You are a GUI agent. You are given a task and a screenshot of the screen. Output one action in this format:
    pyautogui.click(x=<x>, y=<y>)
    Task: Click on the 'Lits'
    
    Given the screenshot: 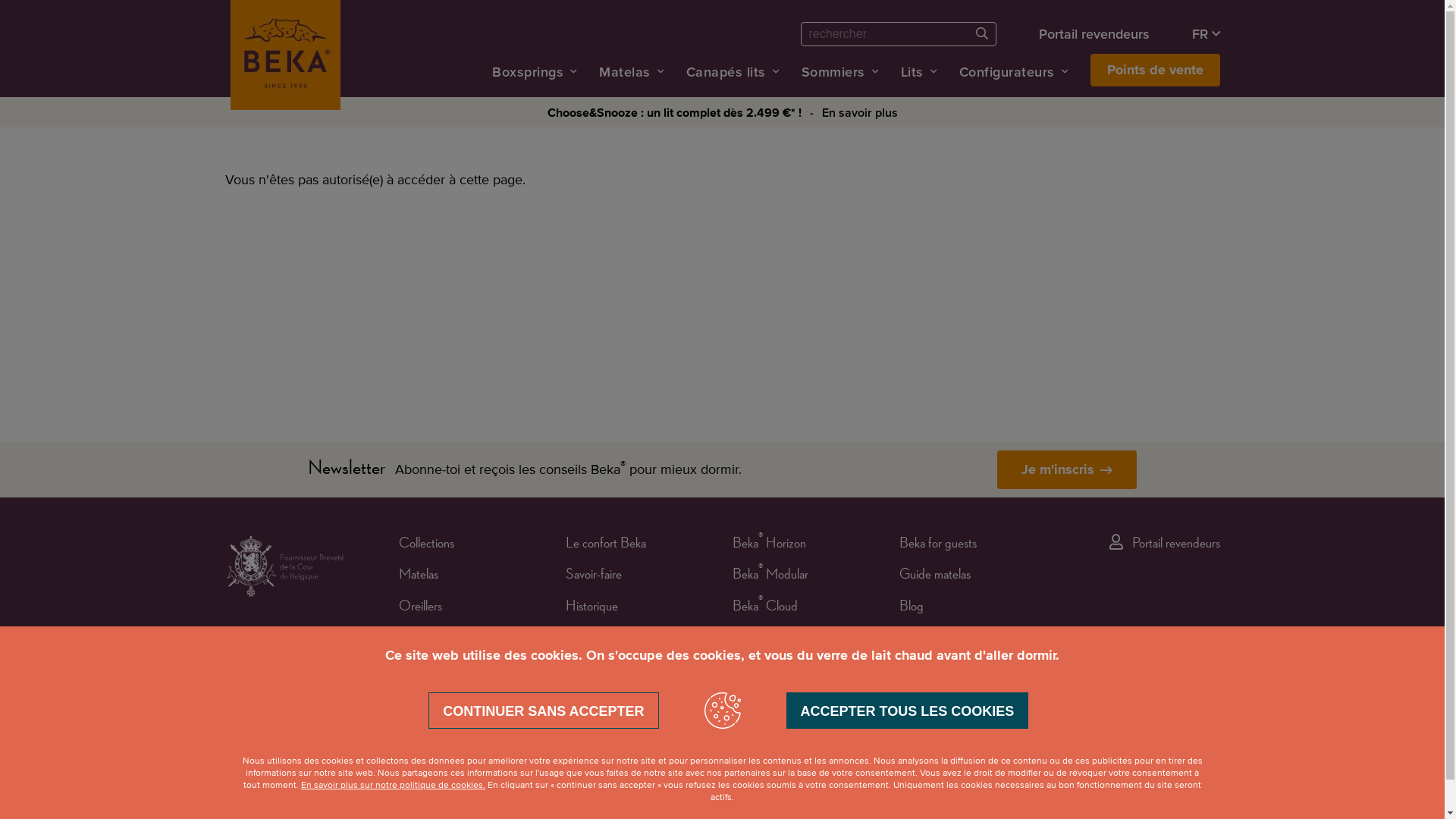 What is the action you would take?
    pyautogui.click(x=912, y=71)
    